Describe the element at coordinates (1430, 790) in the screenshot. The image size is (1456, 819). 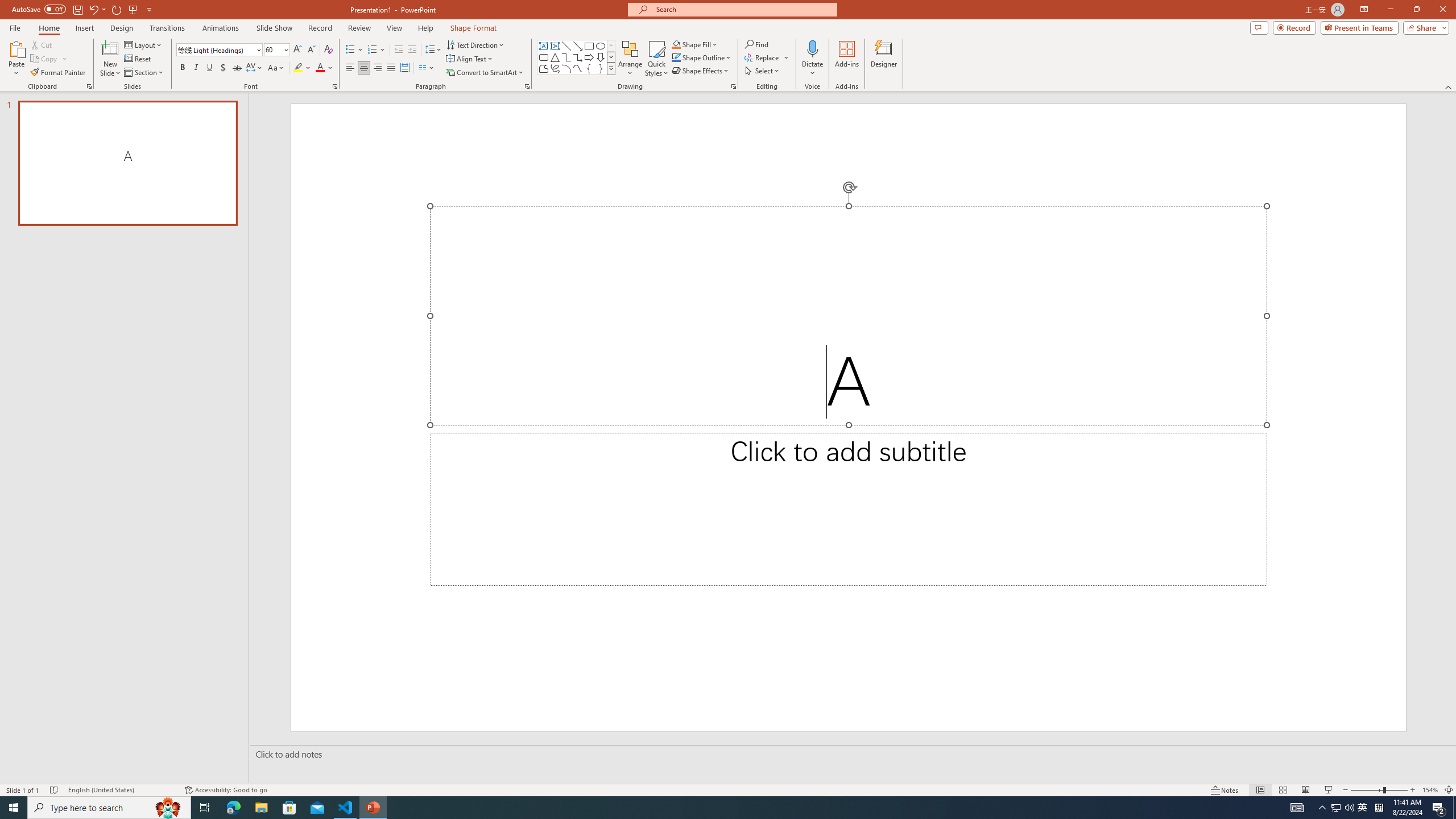
I see `'Zoom 154%'` at that location.